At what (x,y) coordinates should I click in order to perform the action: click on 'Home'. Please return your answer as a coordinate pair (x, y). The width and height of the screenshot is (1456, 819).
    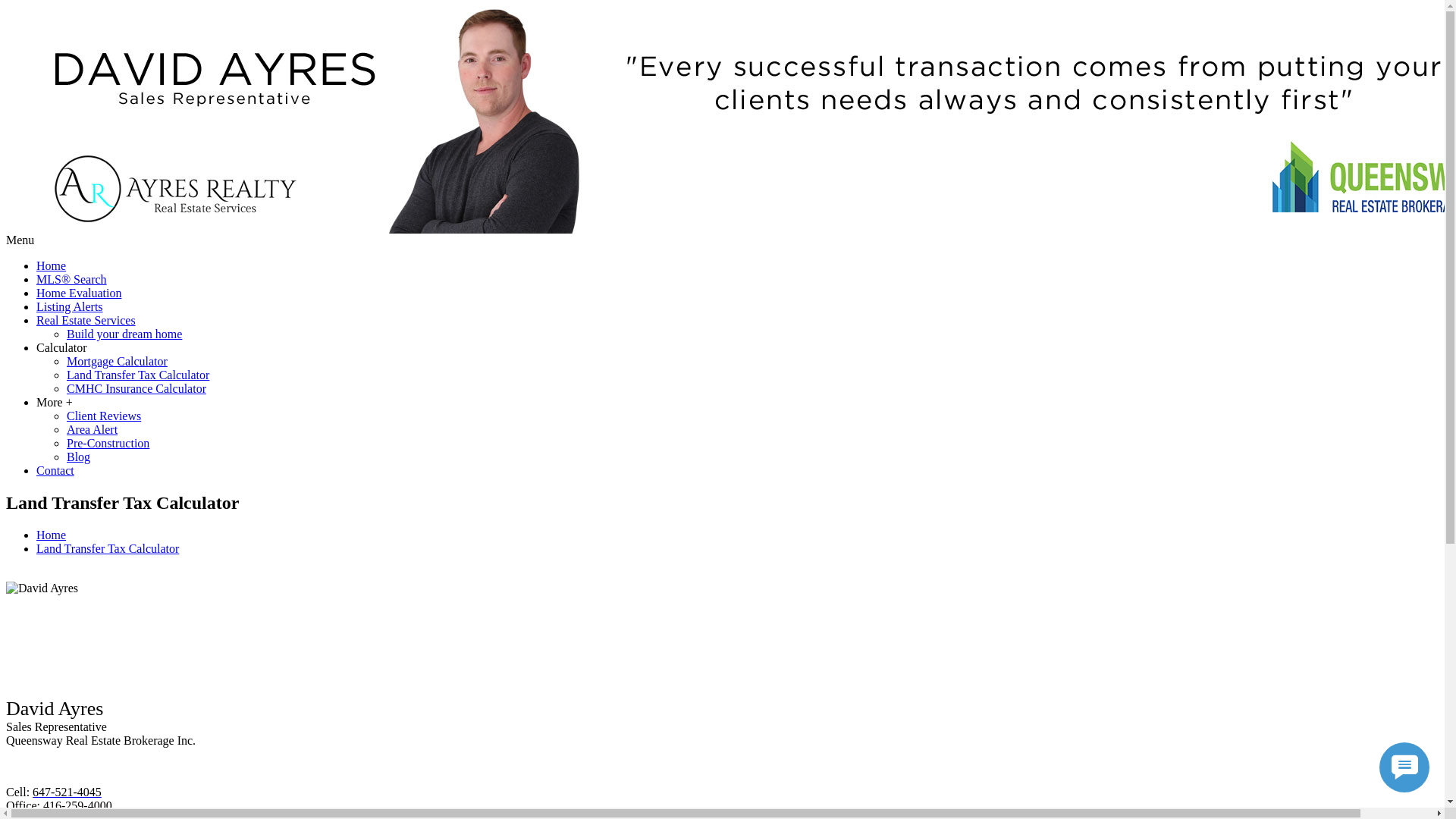
    Looking at the image, I should click on (51, 265).